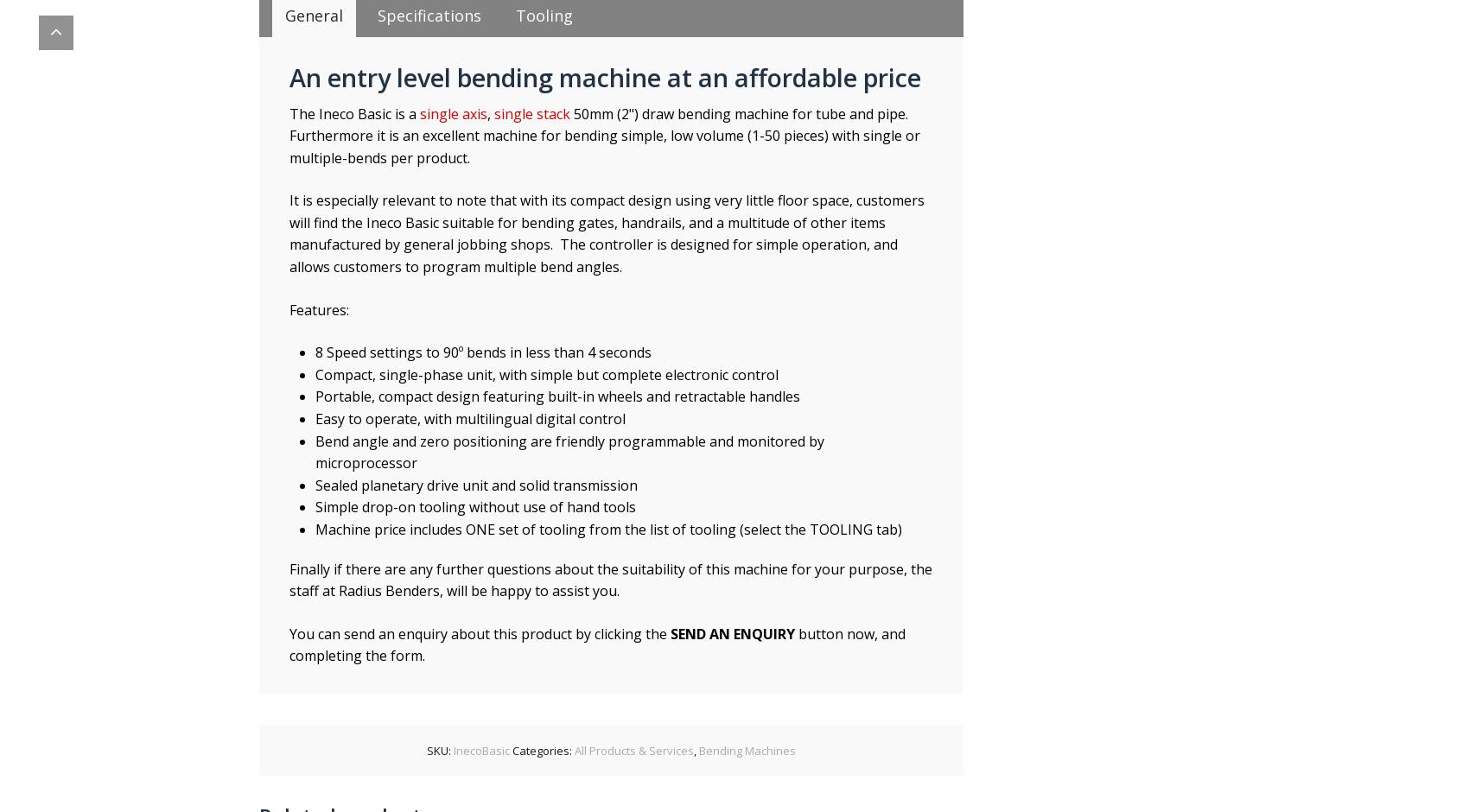 The image size is (1469, 812). What do you see at coordinates (313, 15) in the screenshot?
I see `'General'` at bounding box center [313, 15].